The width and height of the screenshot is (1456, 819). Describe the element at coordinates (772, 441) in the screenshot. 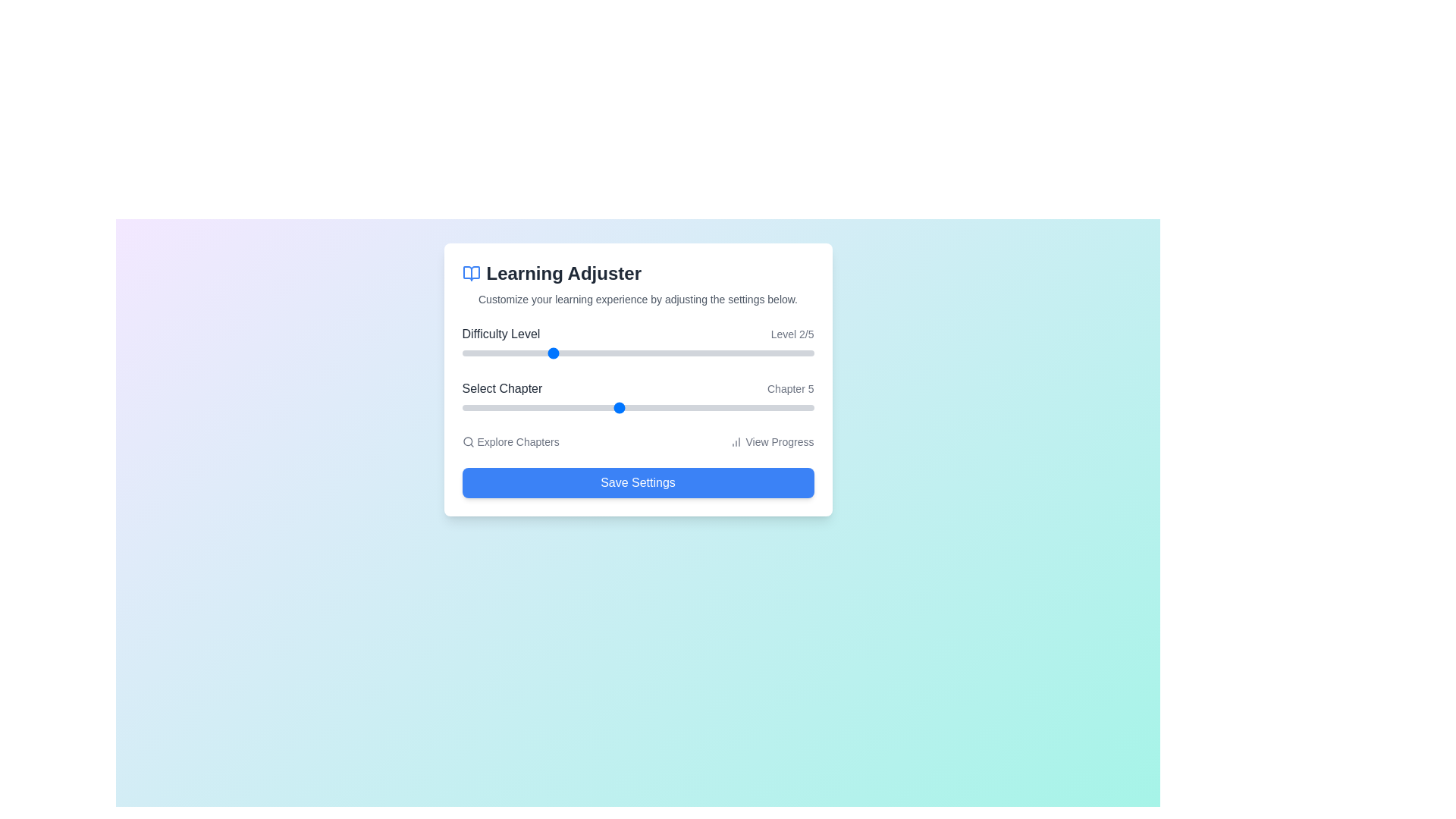

I see `the non-interactive label 'View Progress' with a small graph icon, located in the bottom-right corner of the 'Learning Adjuster' panel` at that location.